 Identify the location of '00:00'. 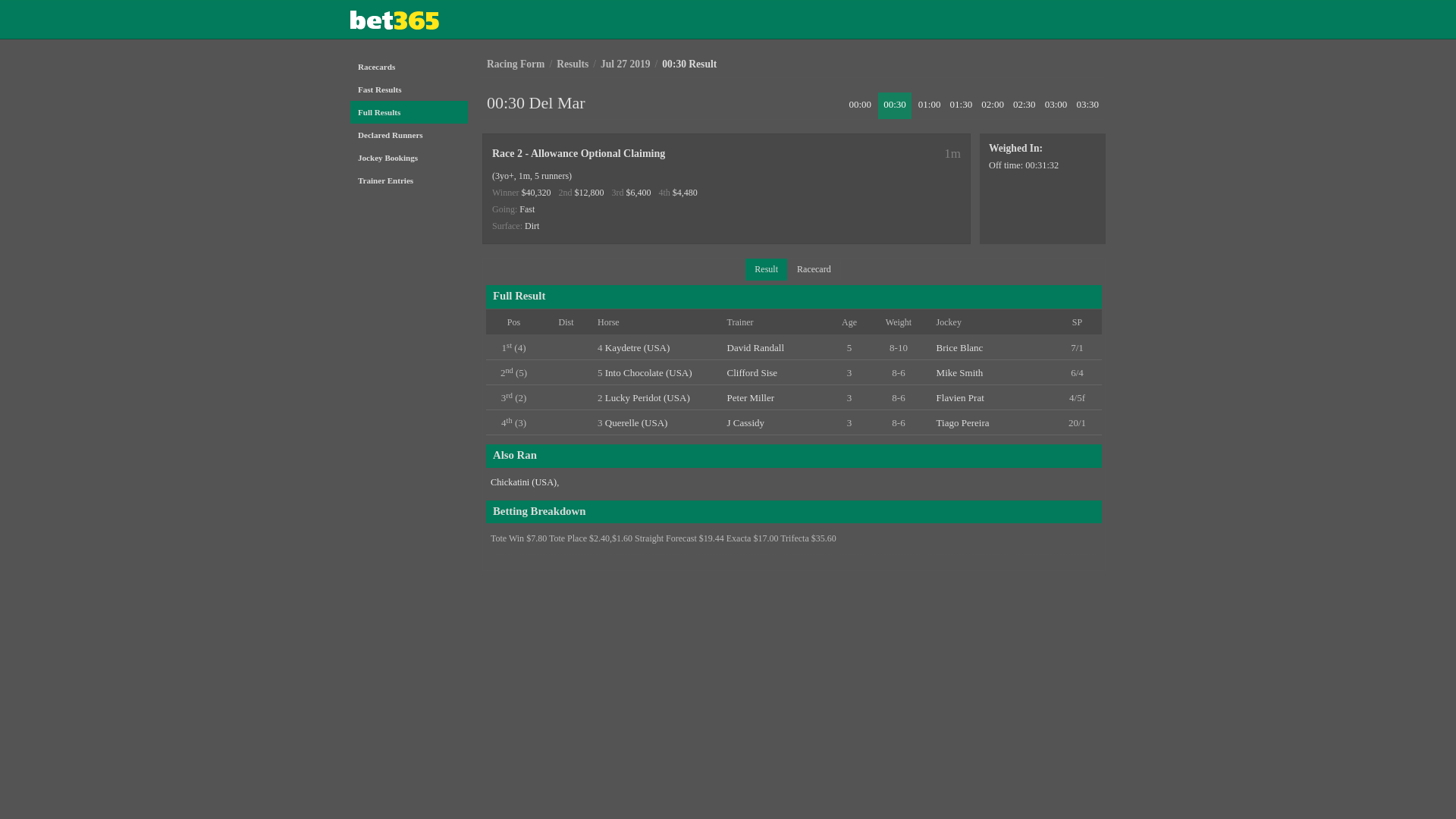
(859, 105).